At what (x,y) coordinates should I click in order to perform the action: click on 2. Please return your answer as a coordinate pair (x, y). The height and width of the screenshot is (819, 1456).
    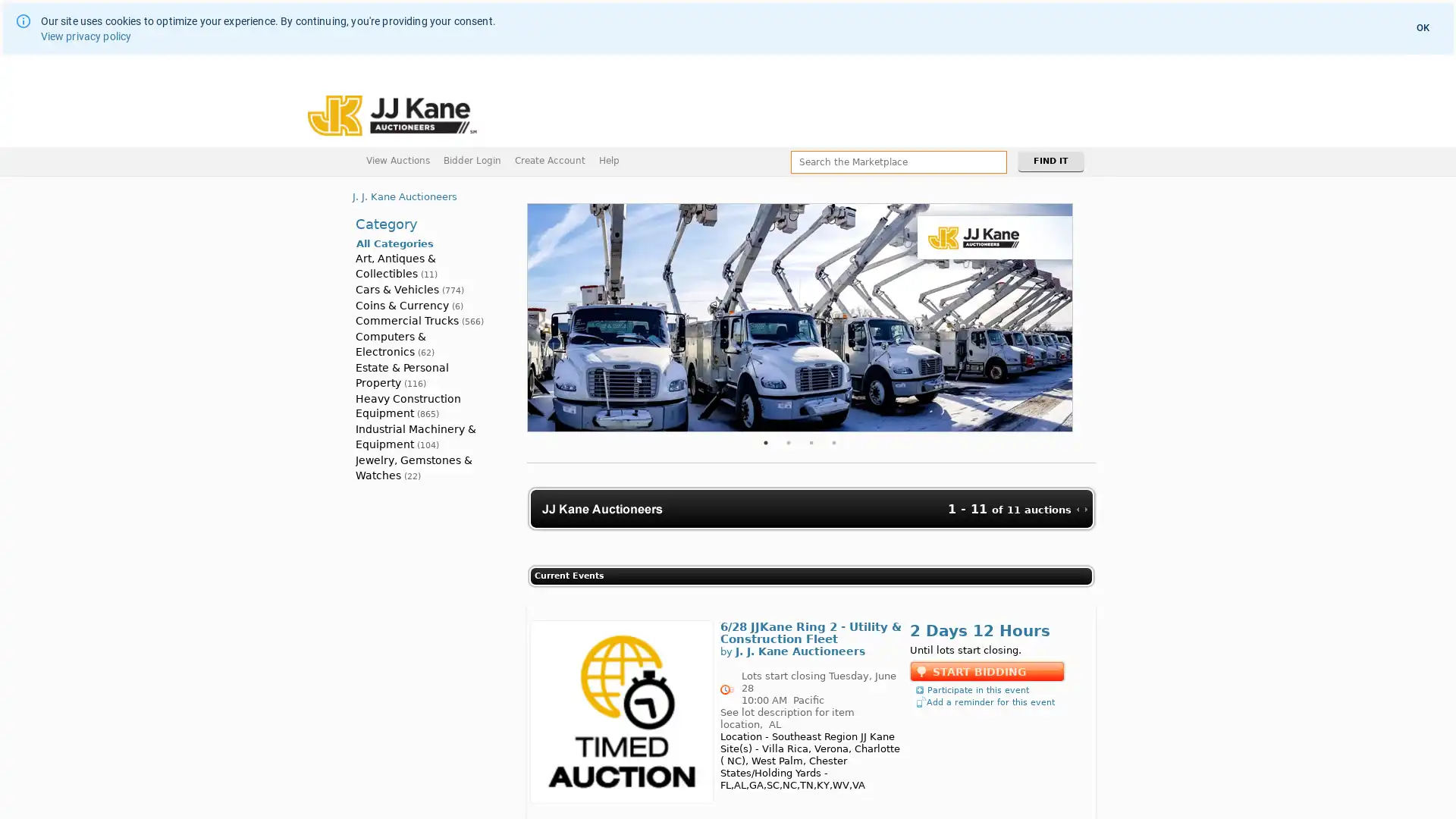
    Looking at the image, I should click on (789, 442).